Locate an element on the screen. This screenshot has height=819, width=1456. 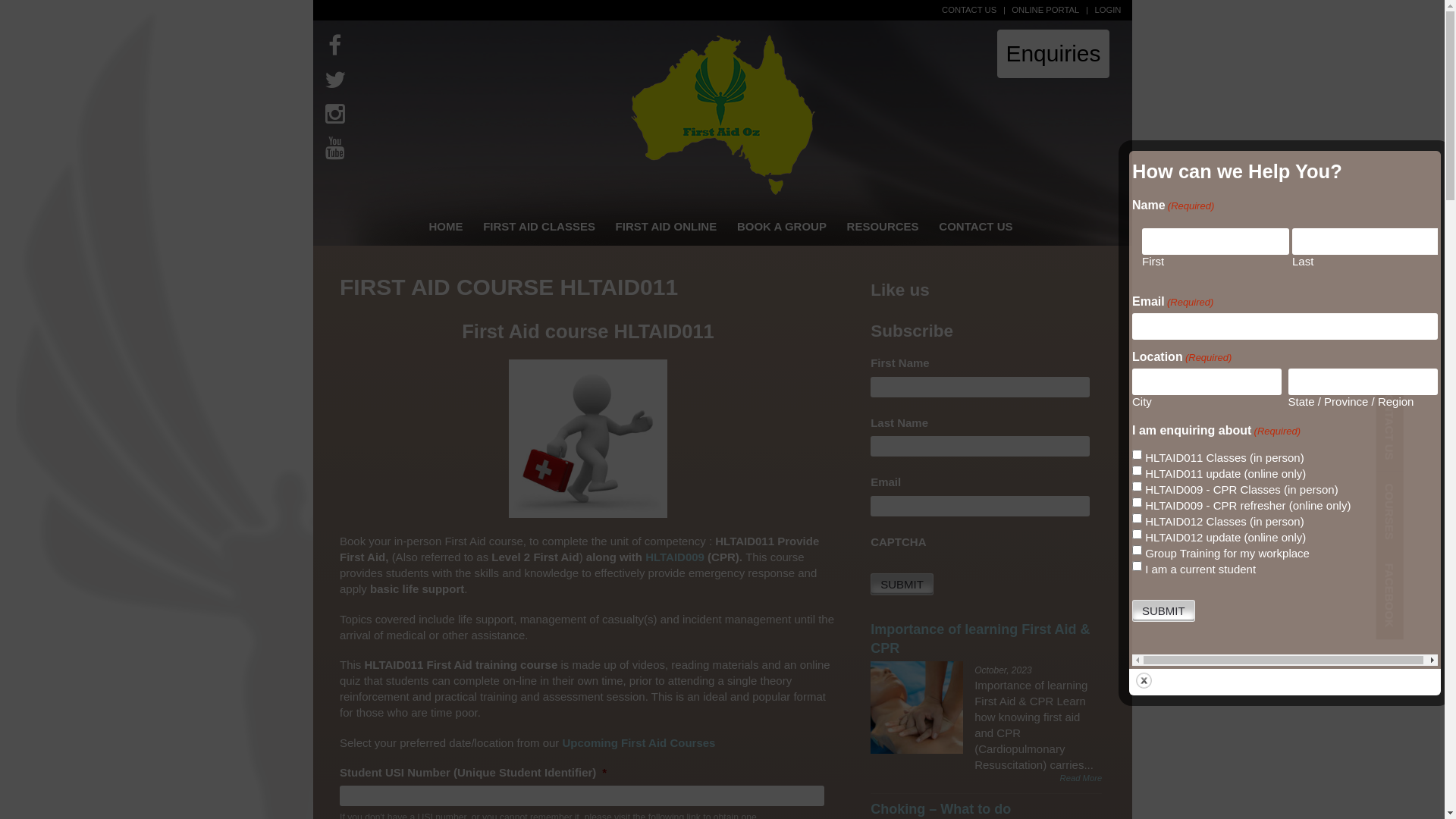
'FIRST AID ONLINE' is located at coordinates (666, 225).